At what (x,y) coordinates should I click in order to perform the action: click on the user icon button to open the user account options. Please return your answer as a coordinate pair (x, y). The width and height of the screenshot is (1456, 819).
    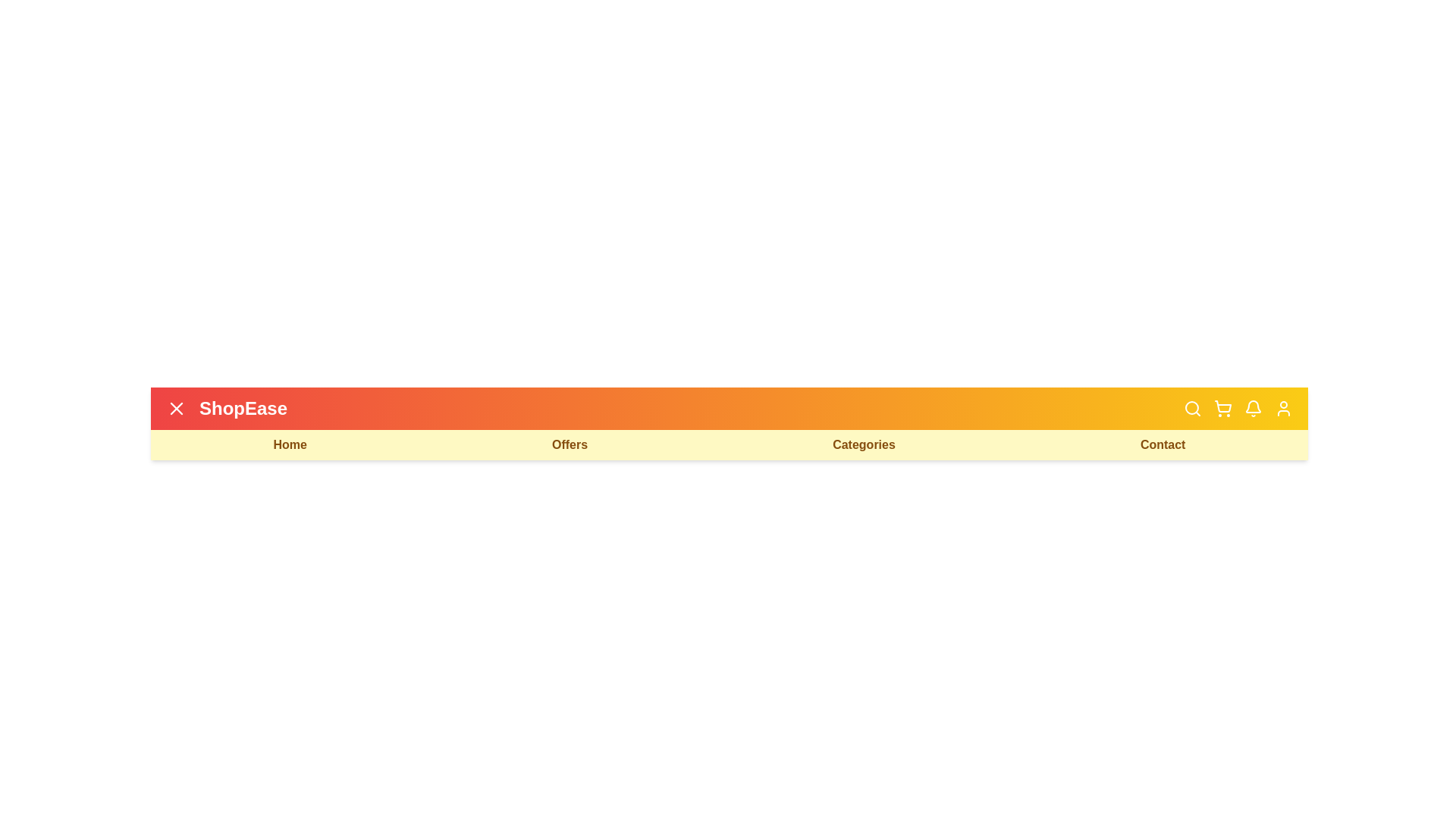
    Looking at the image, I should click on (1283, 408).